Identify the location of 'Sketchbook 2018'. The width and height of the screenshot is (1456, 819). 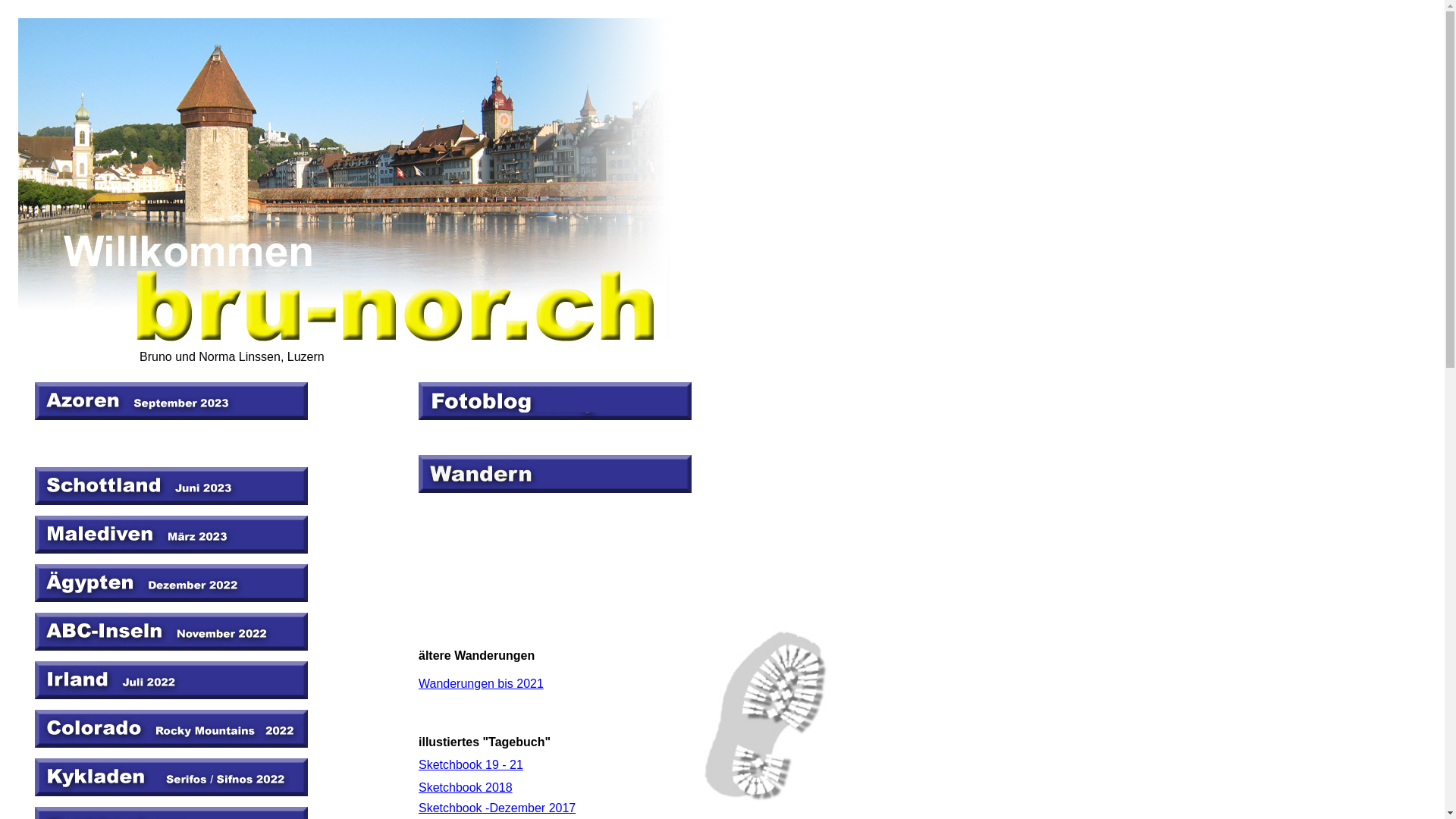
(419, 786).